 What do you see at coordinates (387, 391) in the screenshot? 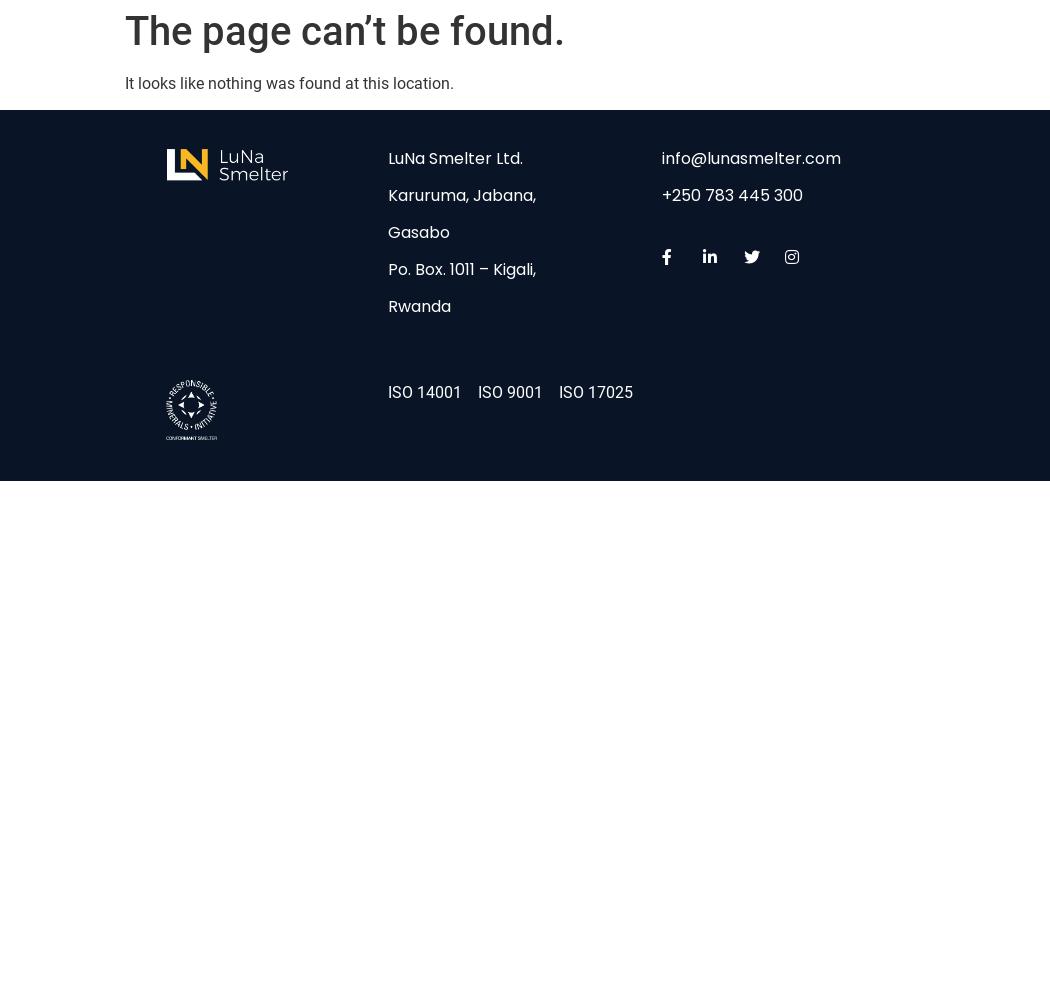
I see `'ISO 14001'` at bounding box center [387, 391].